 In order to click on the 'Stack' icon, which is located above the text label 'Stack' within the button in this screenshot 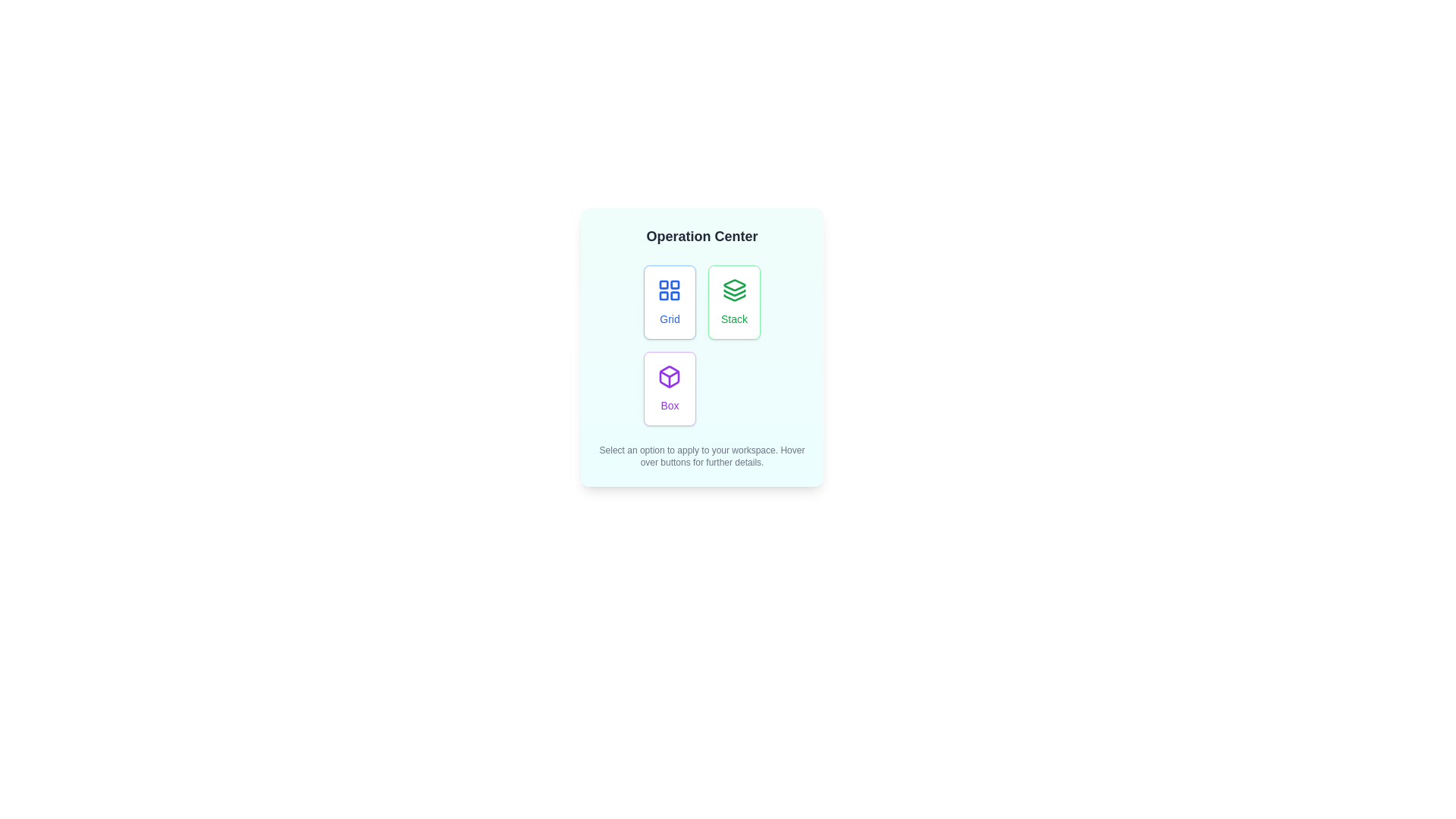, I will do `click(734, 290)`.